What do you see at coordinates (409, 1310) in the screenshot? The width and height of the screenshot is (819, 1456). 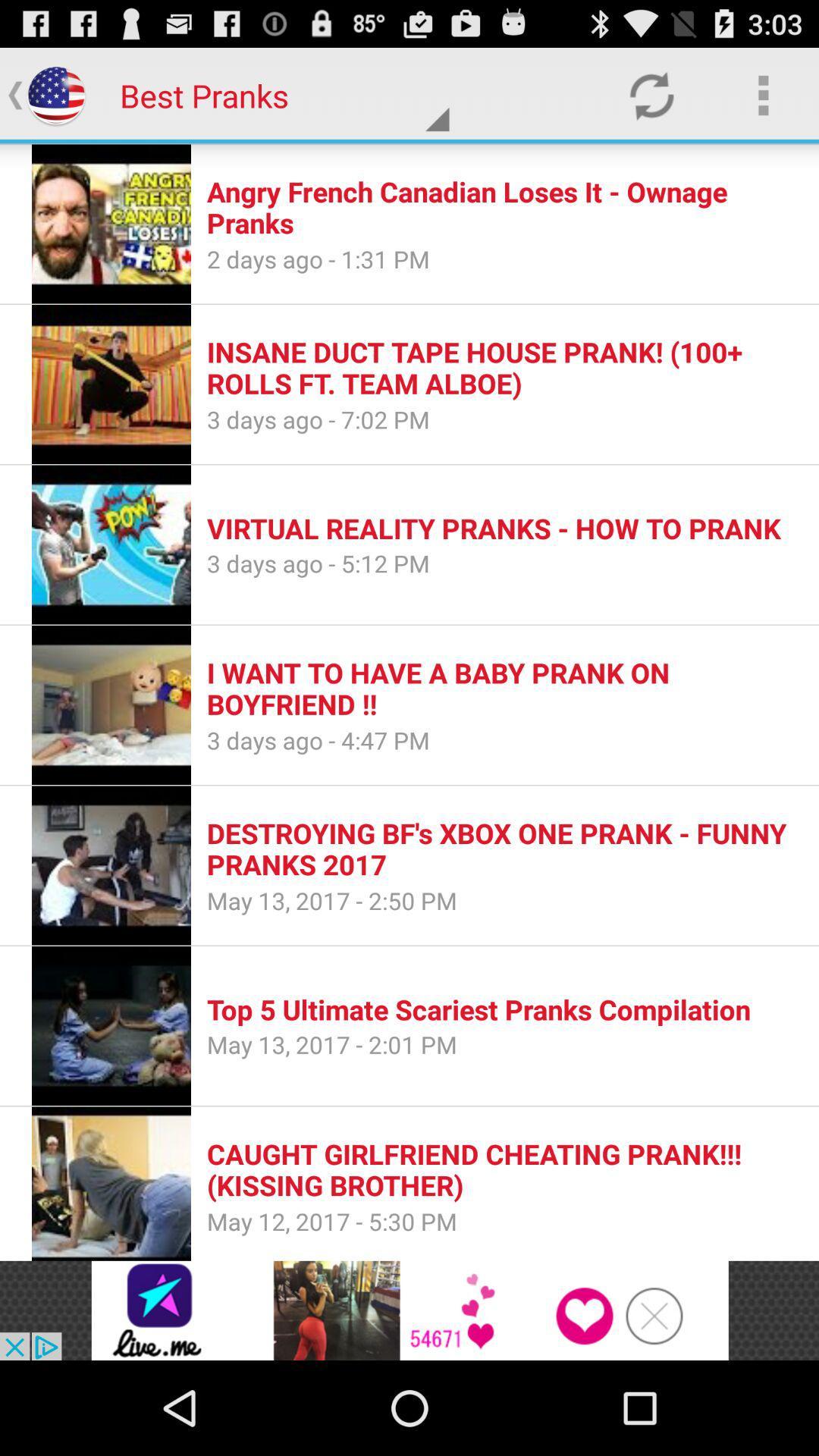 I see `open advertisement` at bounding box center [409, 1310].